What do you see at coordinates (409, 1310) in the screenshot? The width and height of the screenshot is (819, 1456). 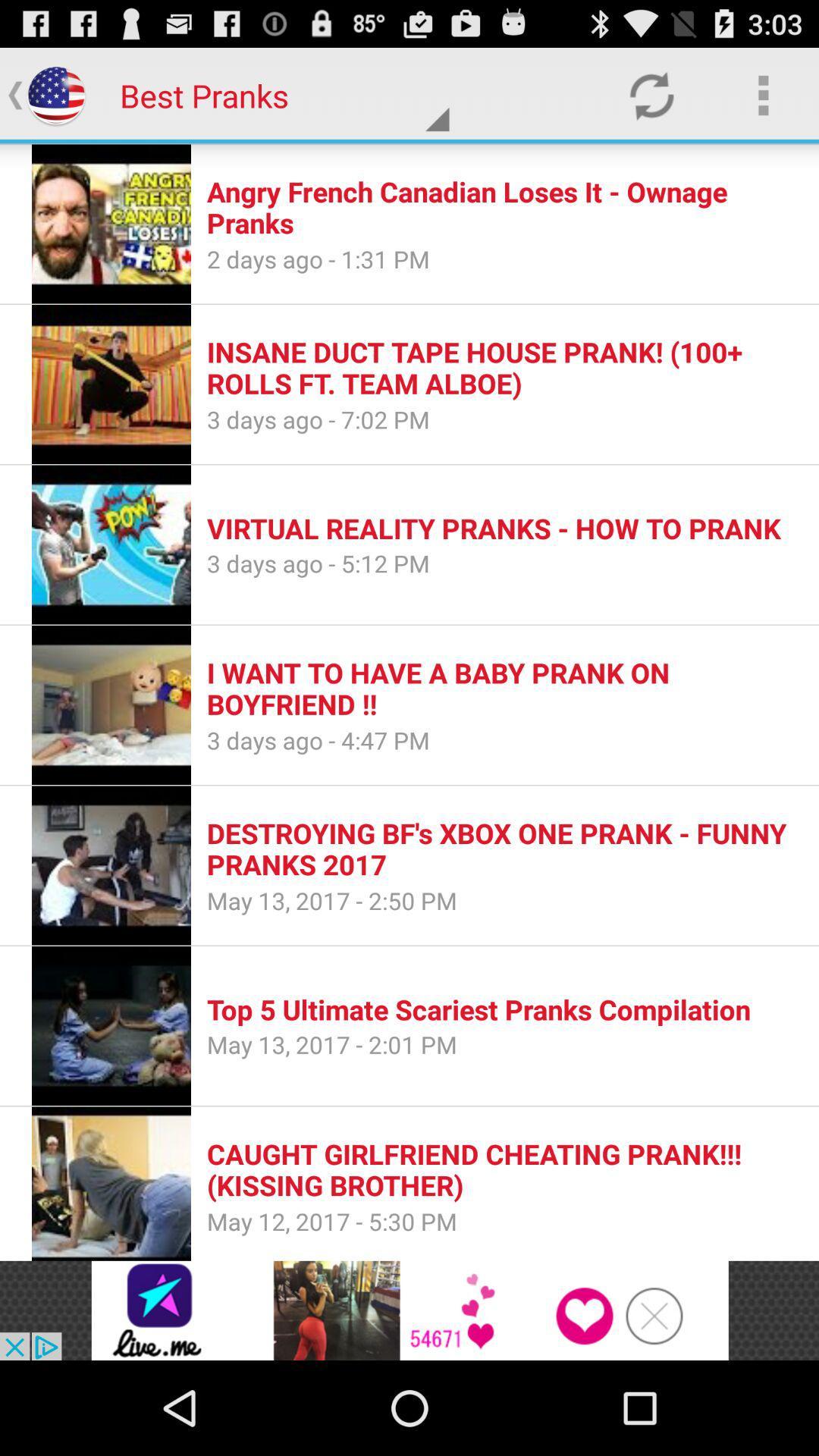 I see `open advertisement` at bounding box center [409, 1310].